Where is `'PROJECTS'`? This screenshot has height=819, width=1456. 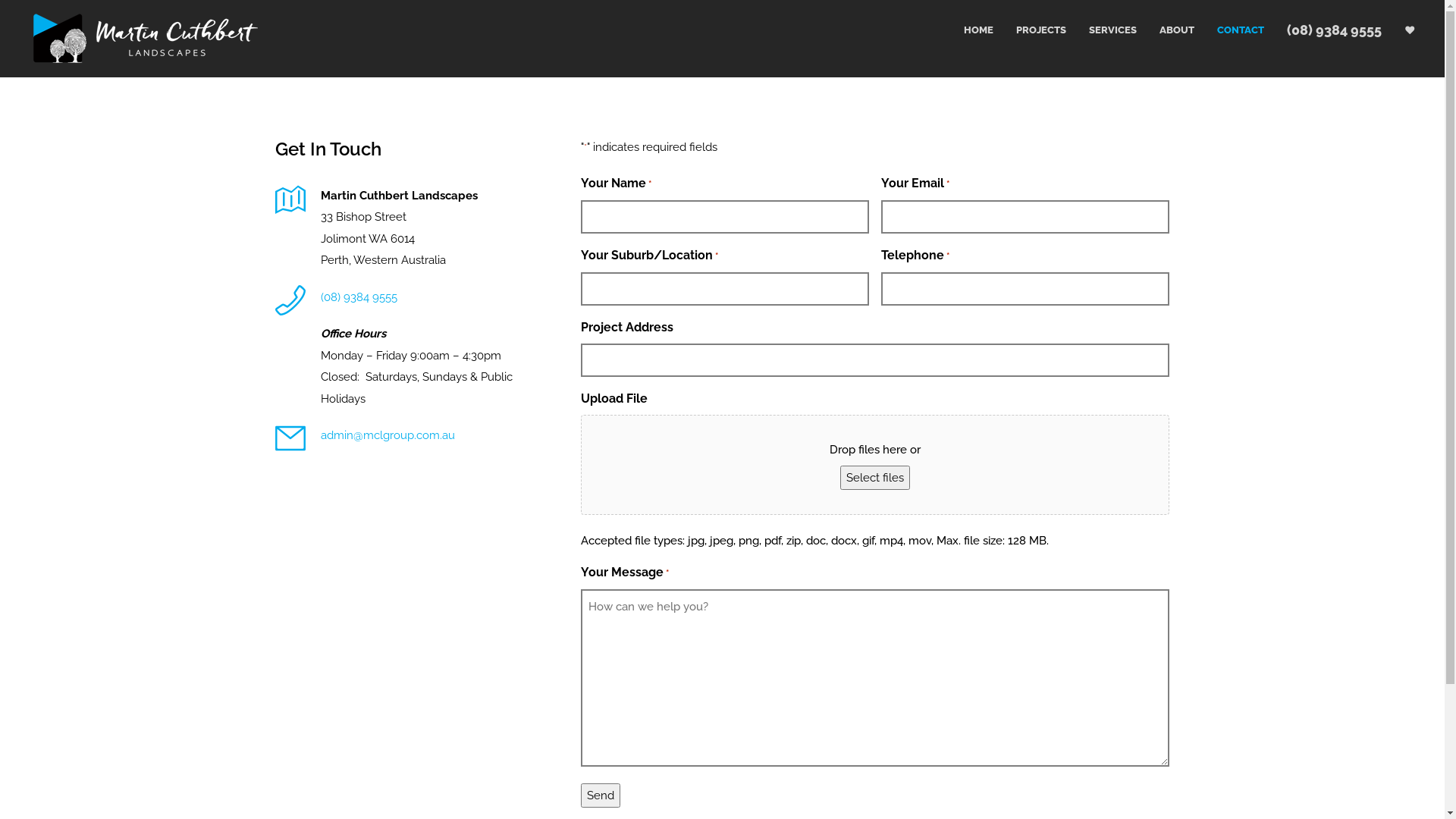
'PROJECTS' is located at coordinates (1030, 30).